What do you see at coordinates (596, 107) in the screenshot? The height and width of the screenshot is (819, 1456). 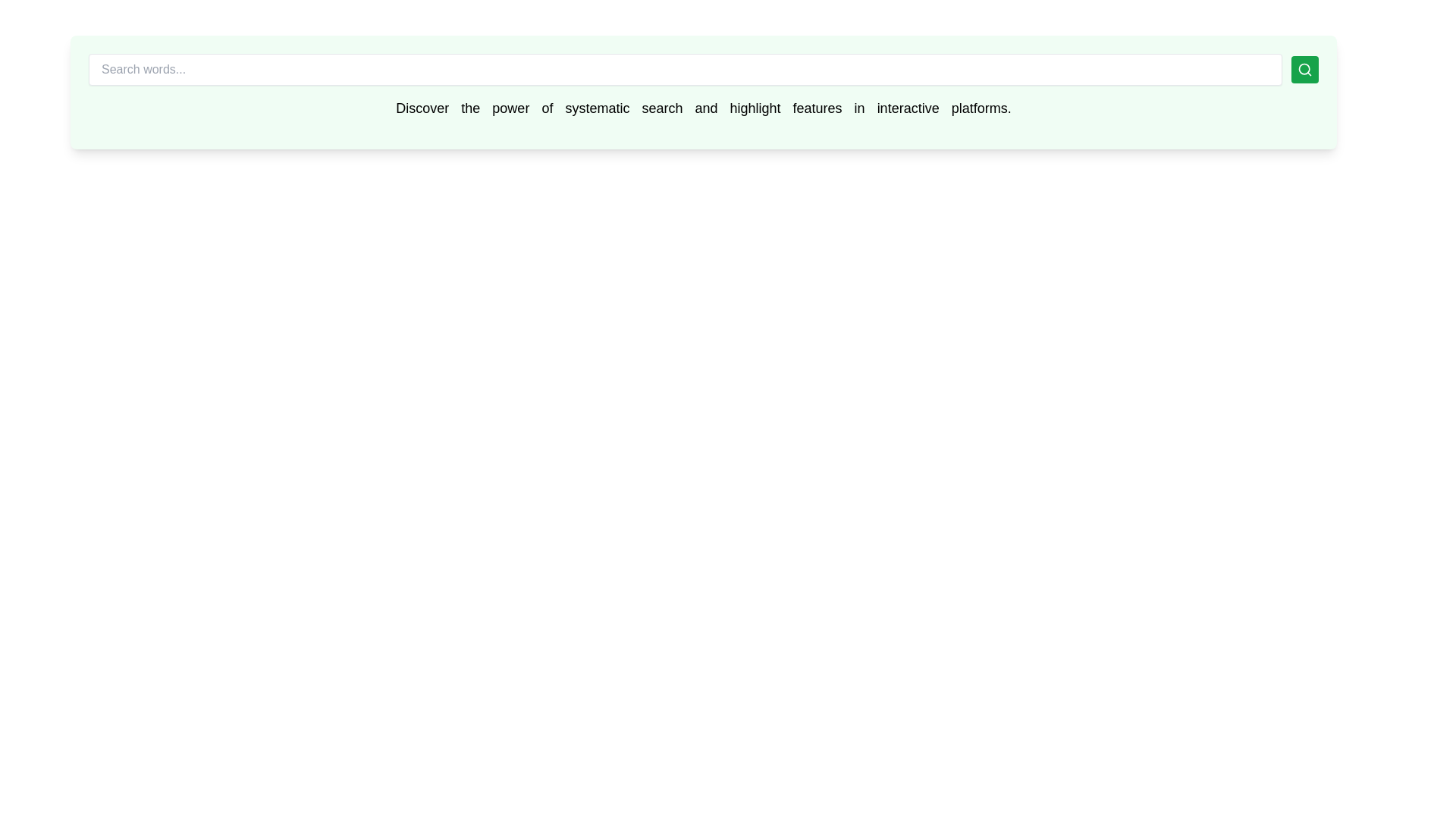 I see `the text block displaying the word 'systematic', which has a lighter green background on hover` at bounding box center [596, 107].